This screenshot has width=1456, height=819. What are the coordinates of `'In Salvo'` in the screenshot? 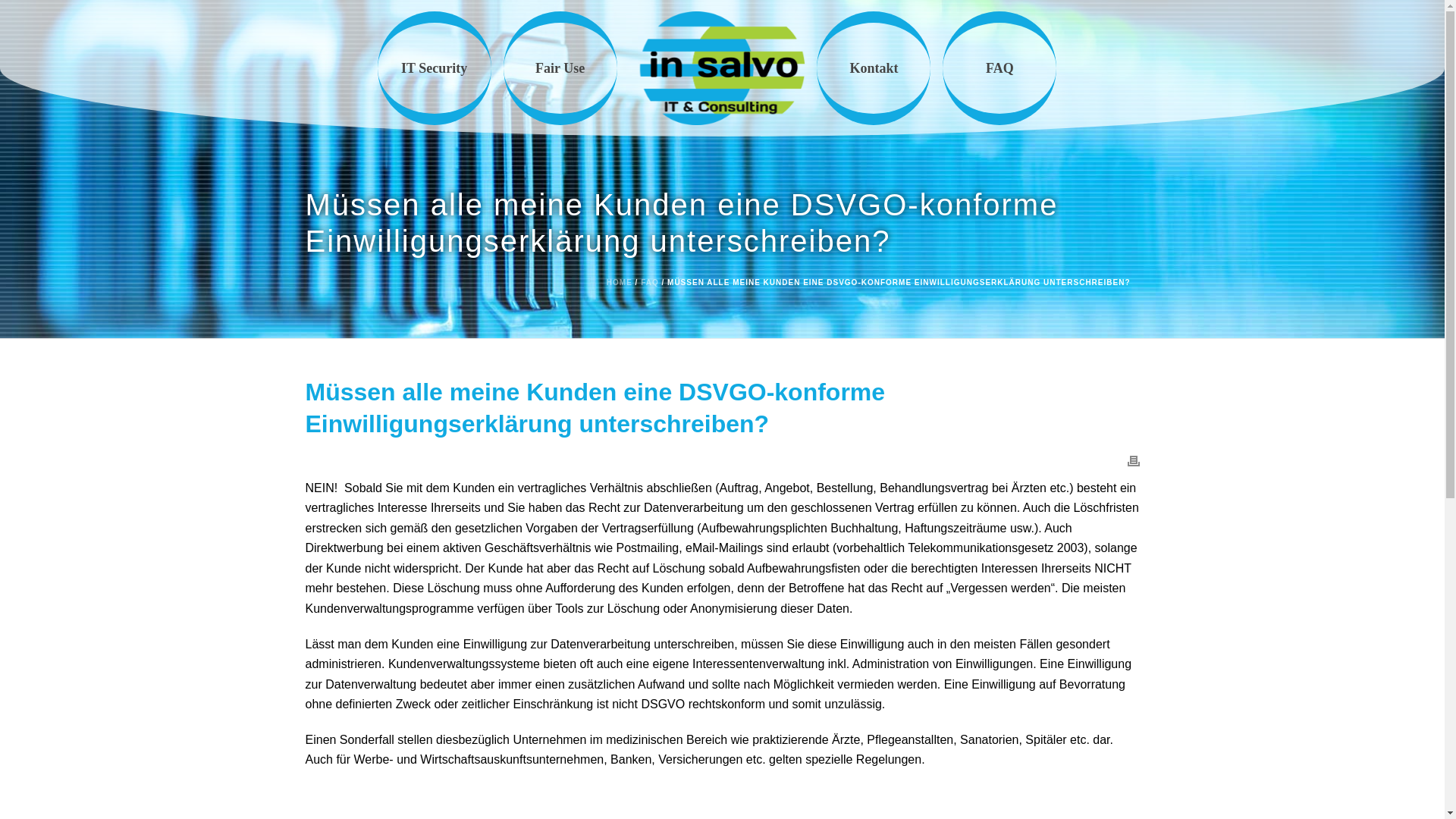 It's located at (640, 67).